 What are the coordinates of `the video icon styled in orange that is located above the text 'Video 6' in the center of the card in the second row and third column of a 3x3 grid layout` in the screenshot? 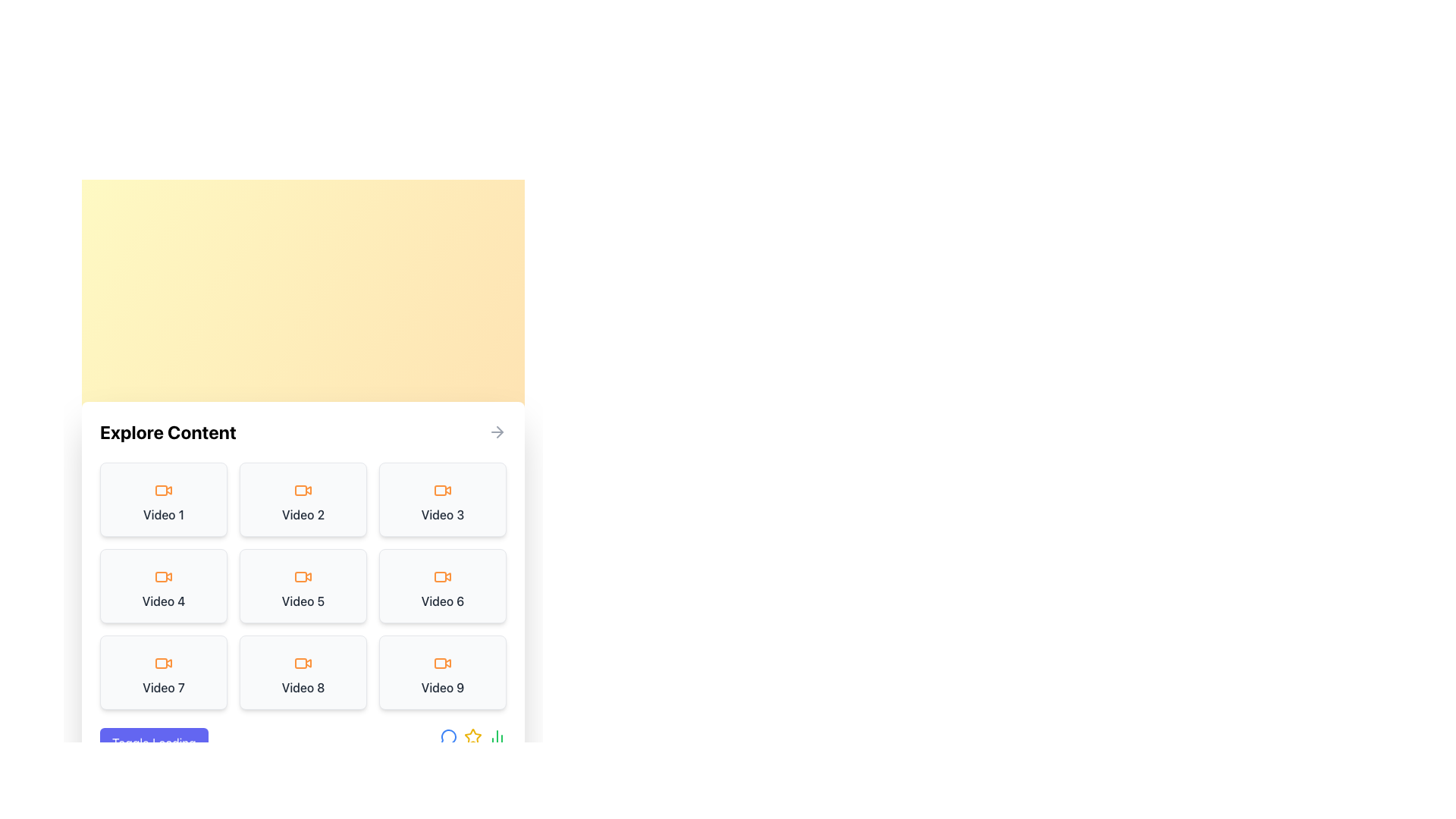 It's located at (442, 576).